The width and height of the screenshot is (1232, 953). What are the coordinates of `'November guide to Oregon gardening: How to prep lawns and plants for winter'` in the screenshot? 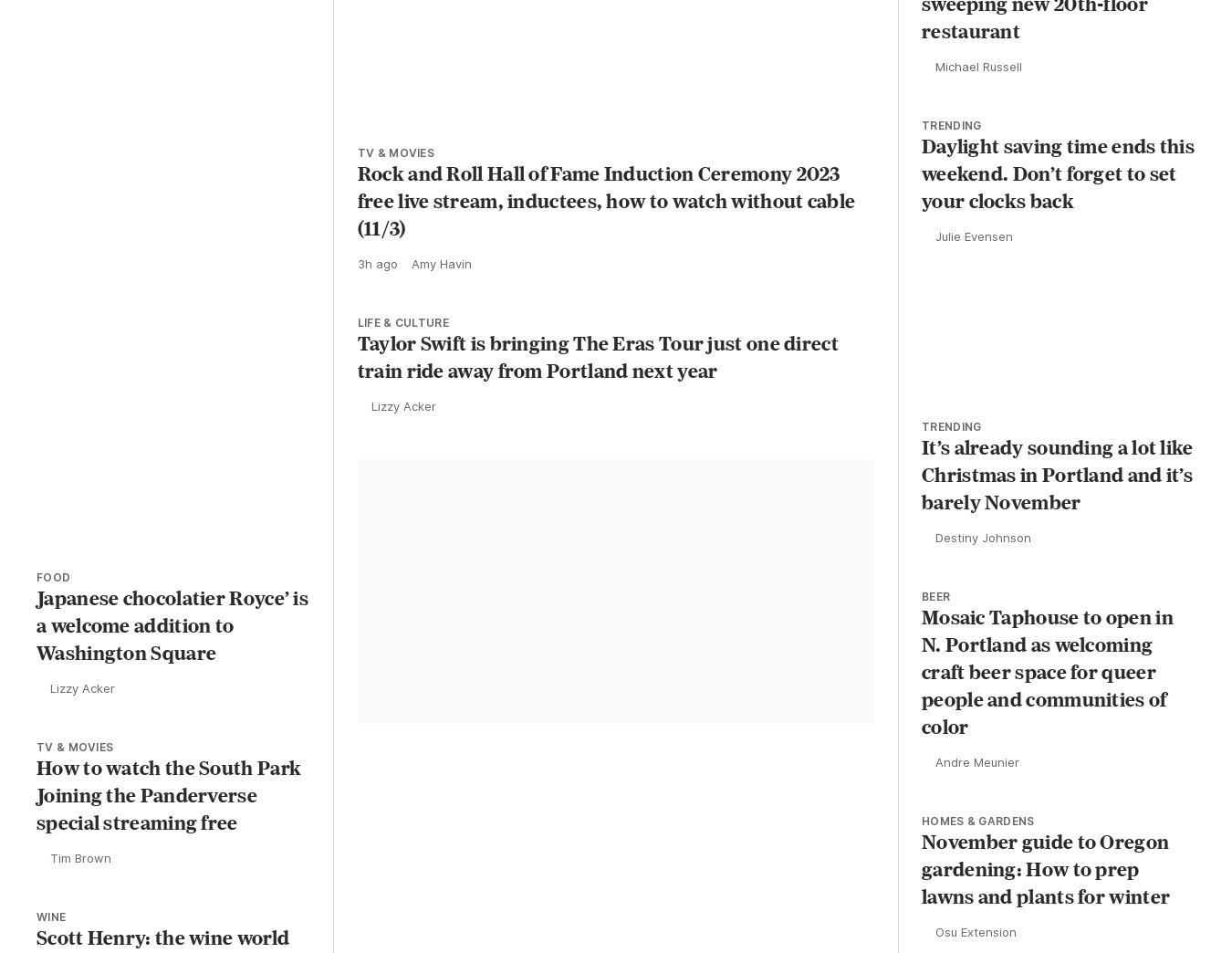 It's located at (1045, 895).